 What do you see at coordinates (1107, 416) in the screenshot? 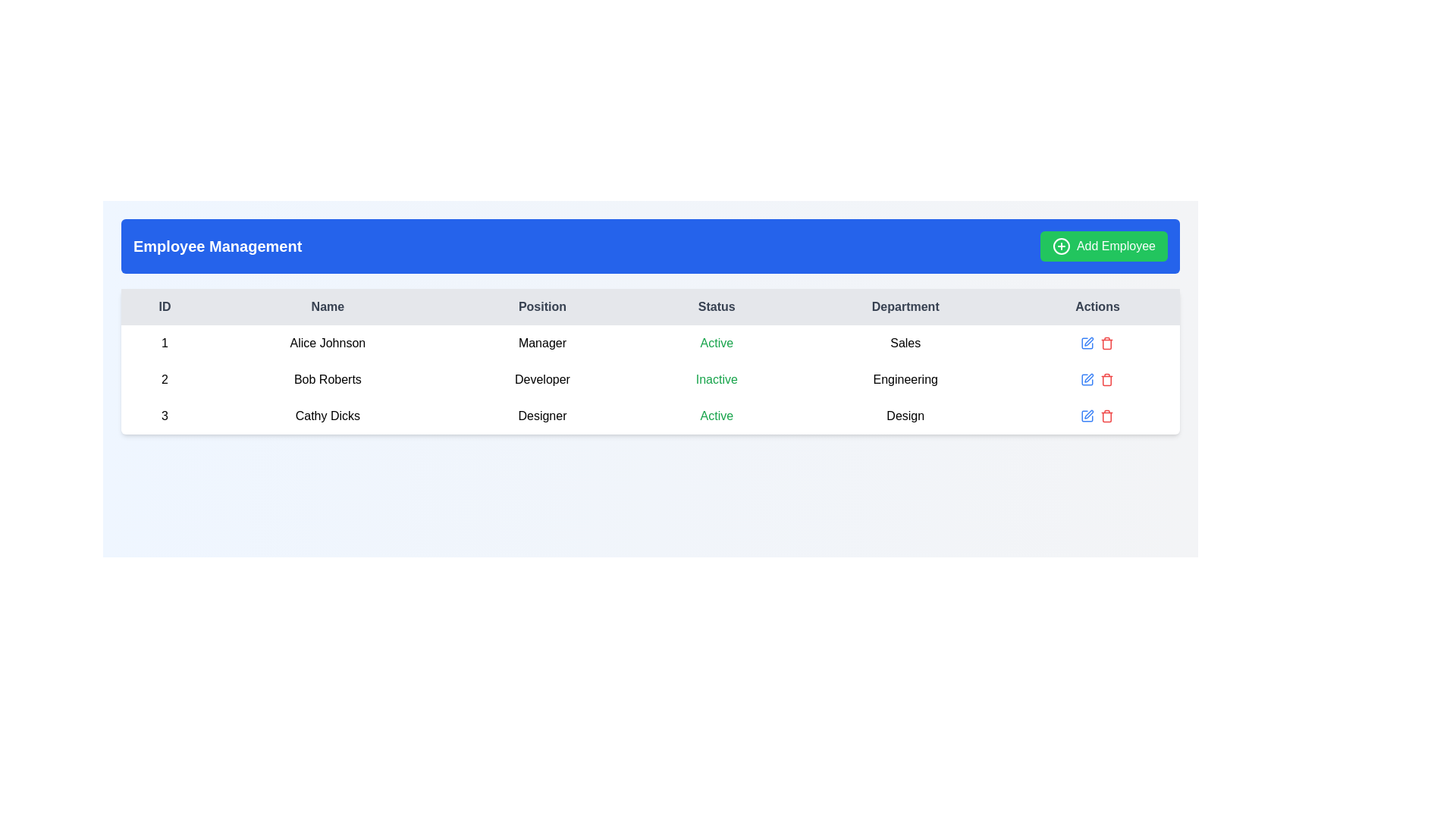
I see `the red trash can icon button in the last column of the third row of the table under 'Actions' for Cathy Dicks` at bounding box center [1107, 416].